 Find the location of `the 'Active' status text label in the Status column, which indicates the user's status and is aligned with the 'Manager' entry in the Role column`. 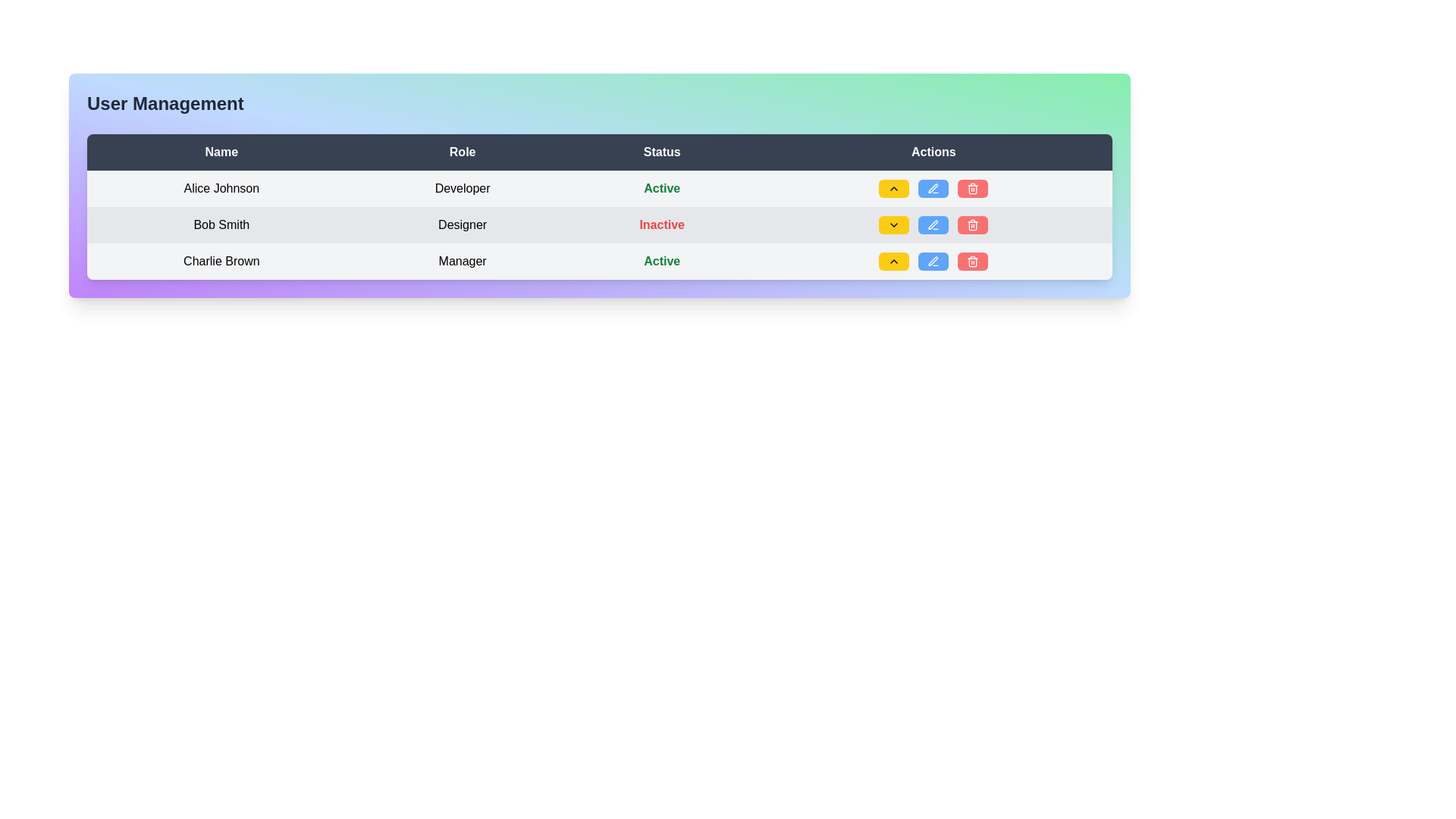

the 'Active' status text label in the Status column, which indicates the user's status and is aligned with the 'Manager' entry in the Role column is located at coordinates (662, 260).